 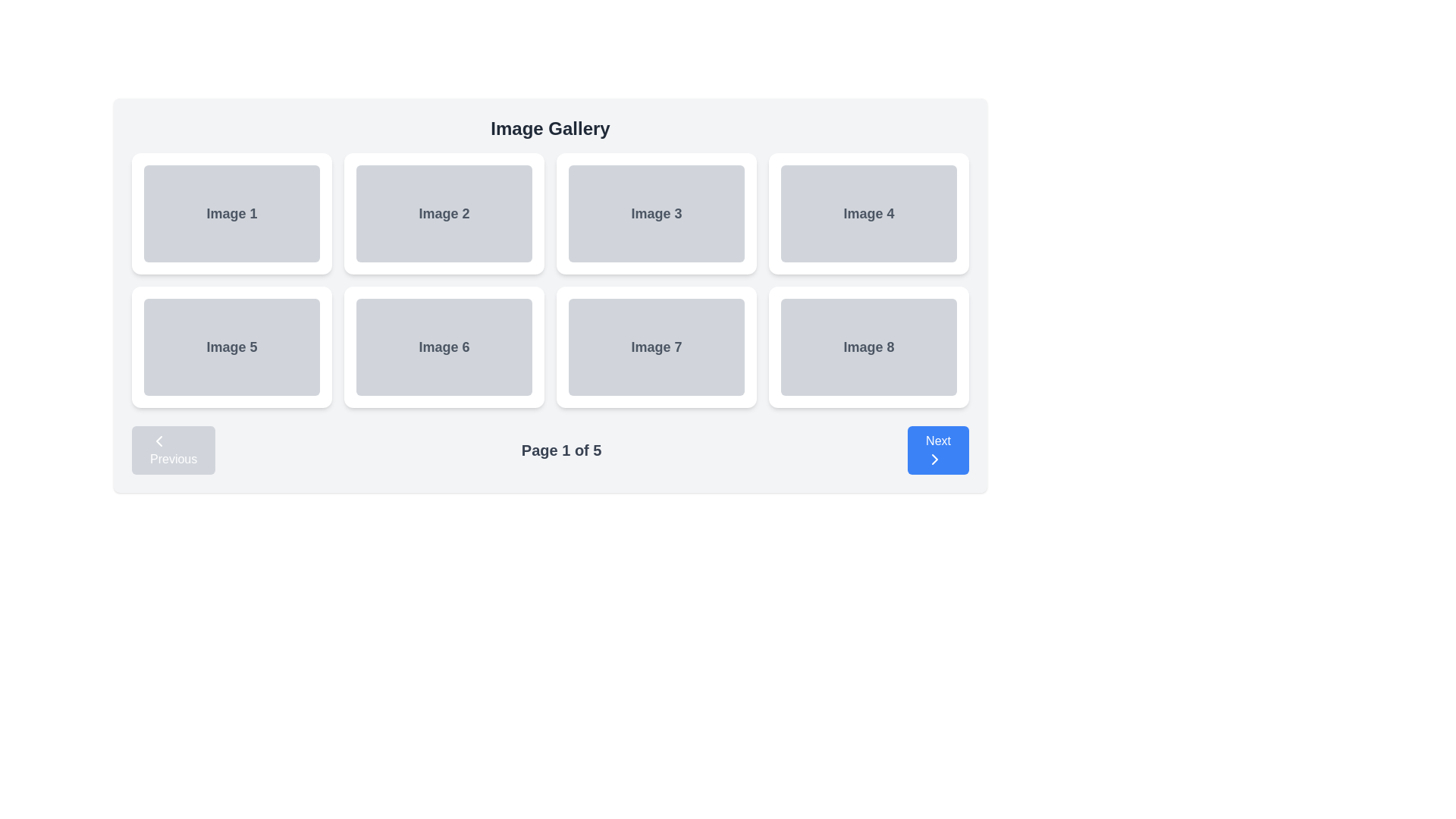 I want to click on the static visual element labeled 'Image 3' in the 'Image Gallery' interface, which is positioned in the second row, second column of the grid layout, so click(x=656, y=213).